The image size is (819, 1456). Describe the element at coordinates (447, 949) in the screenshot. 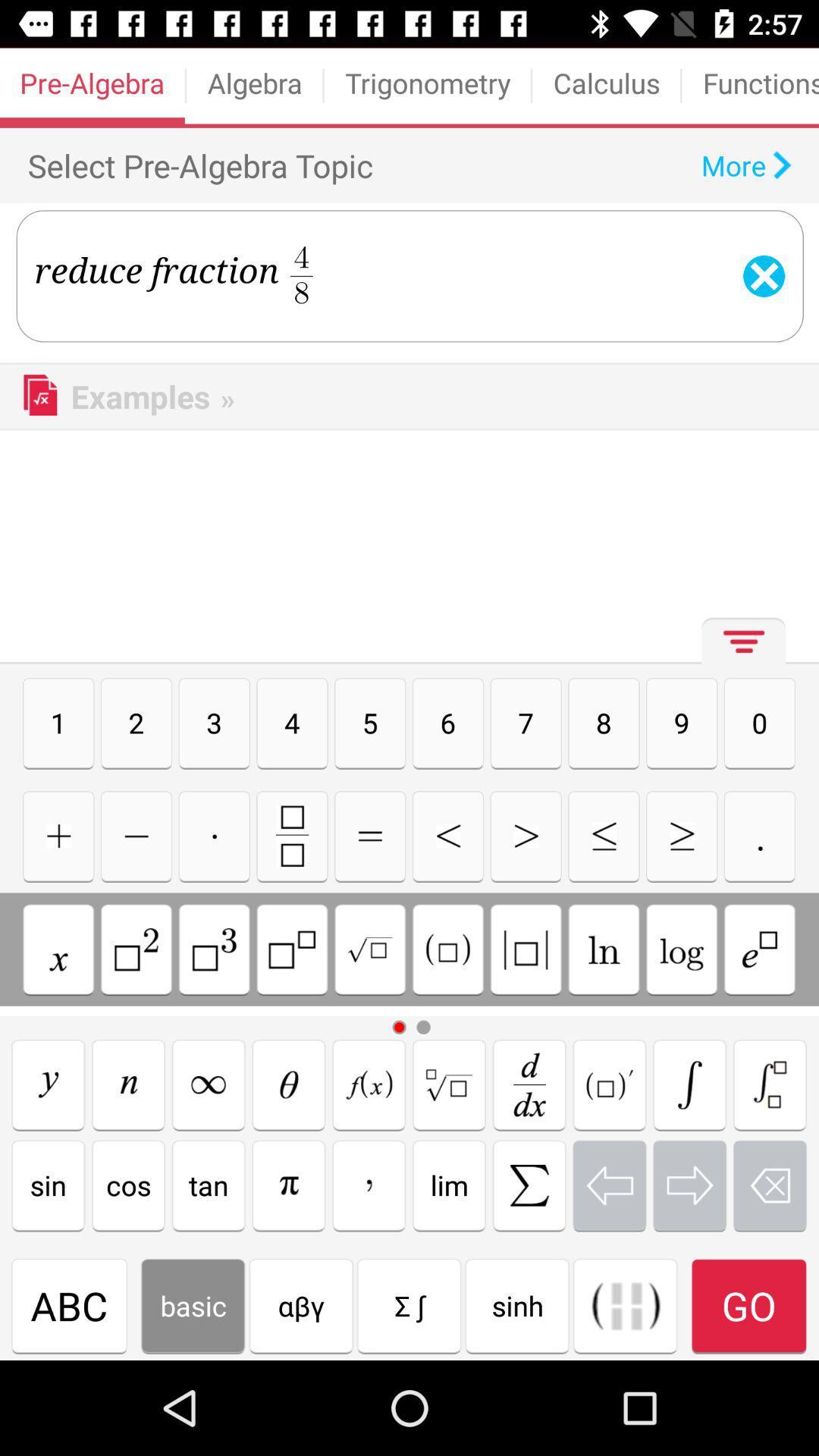

I see `put in parentheses` at that location.